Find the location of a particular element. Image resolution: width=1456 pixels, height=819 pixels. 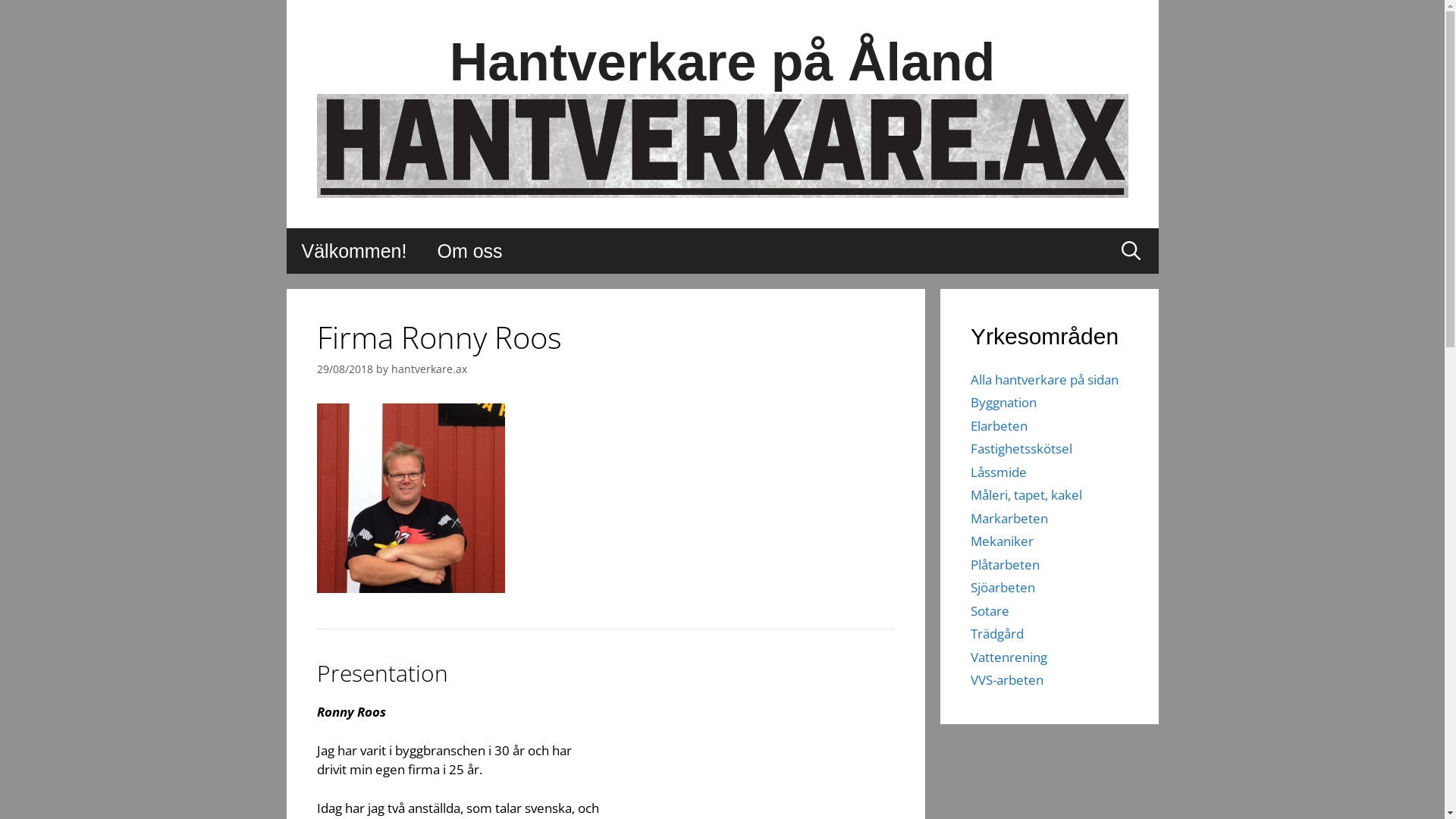

'Om oss' is located at coordinates (422, 250).